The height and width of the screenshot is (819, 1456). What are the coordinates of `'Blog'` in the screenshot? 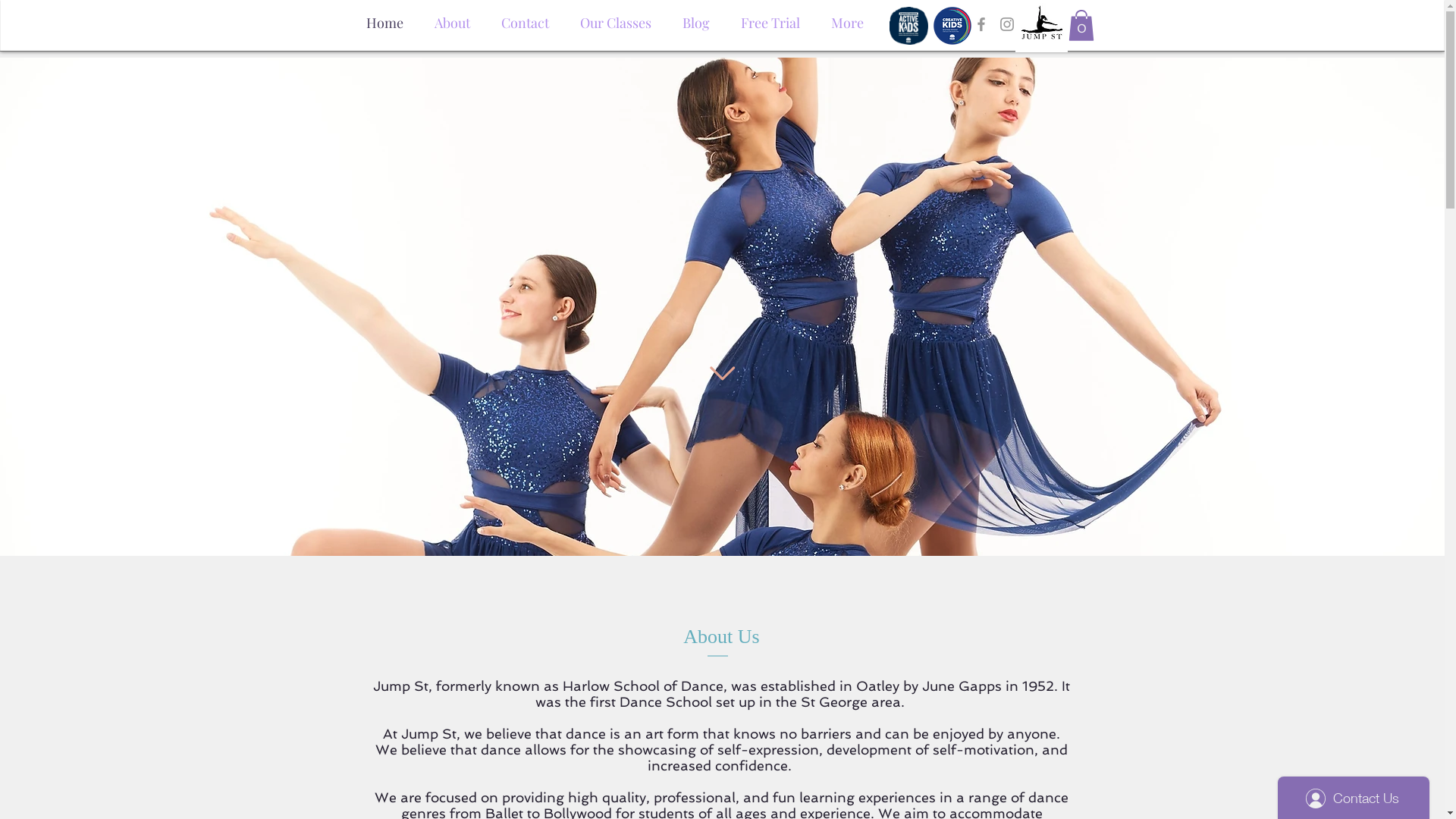 It's located at (695, 18).